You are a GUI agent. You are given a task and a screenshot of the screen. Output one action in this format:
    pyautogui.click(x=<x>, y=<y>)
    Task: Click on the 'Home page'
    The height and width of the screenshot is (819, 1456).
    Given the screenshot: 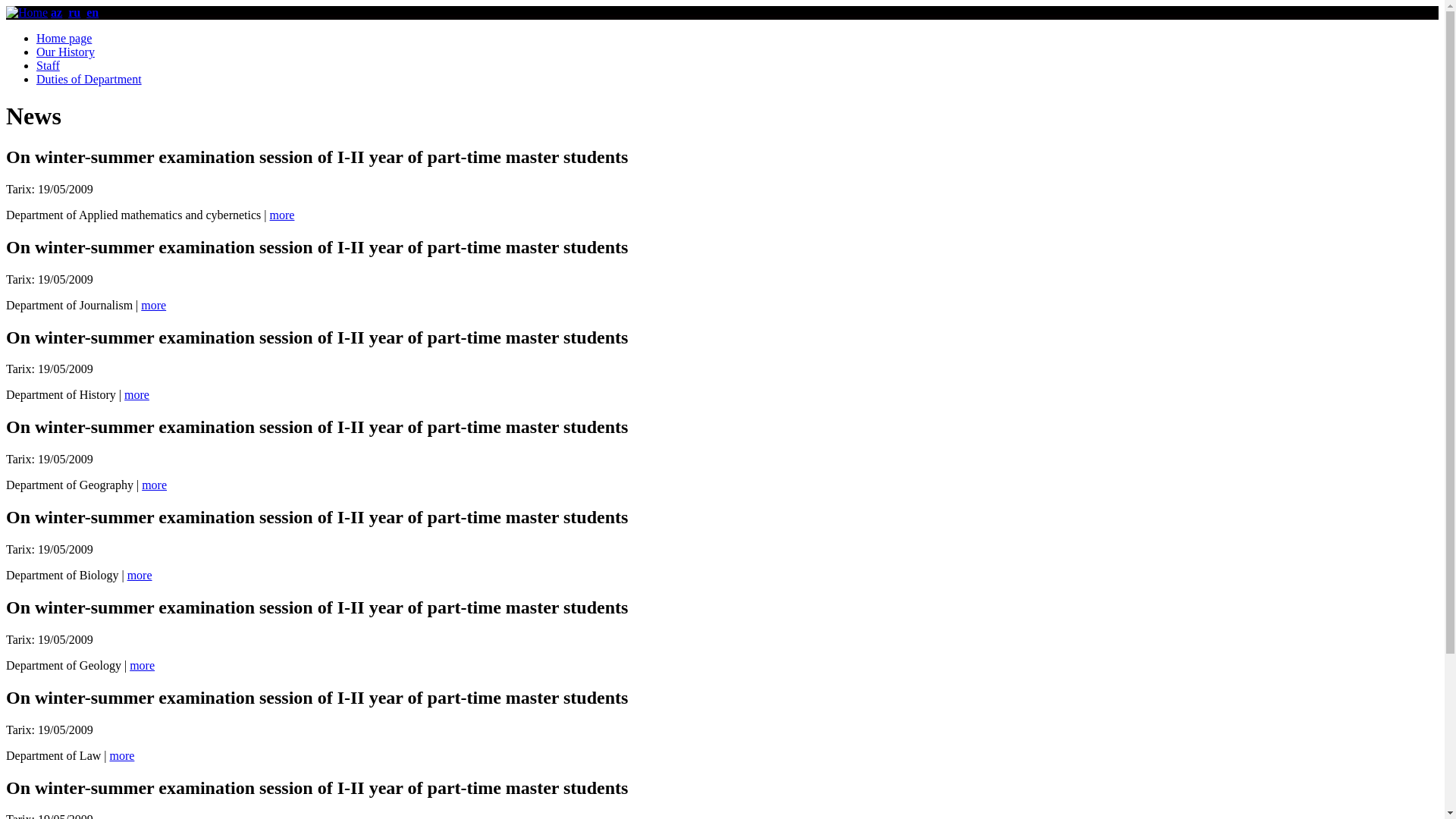 What is the action you would take?
    pyautogui.click(x=63, y=37)
    